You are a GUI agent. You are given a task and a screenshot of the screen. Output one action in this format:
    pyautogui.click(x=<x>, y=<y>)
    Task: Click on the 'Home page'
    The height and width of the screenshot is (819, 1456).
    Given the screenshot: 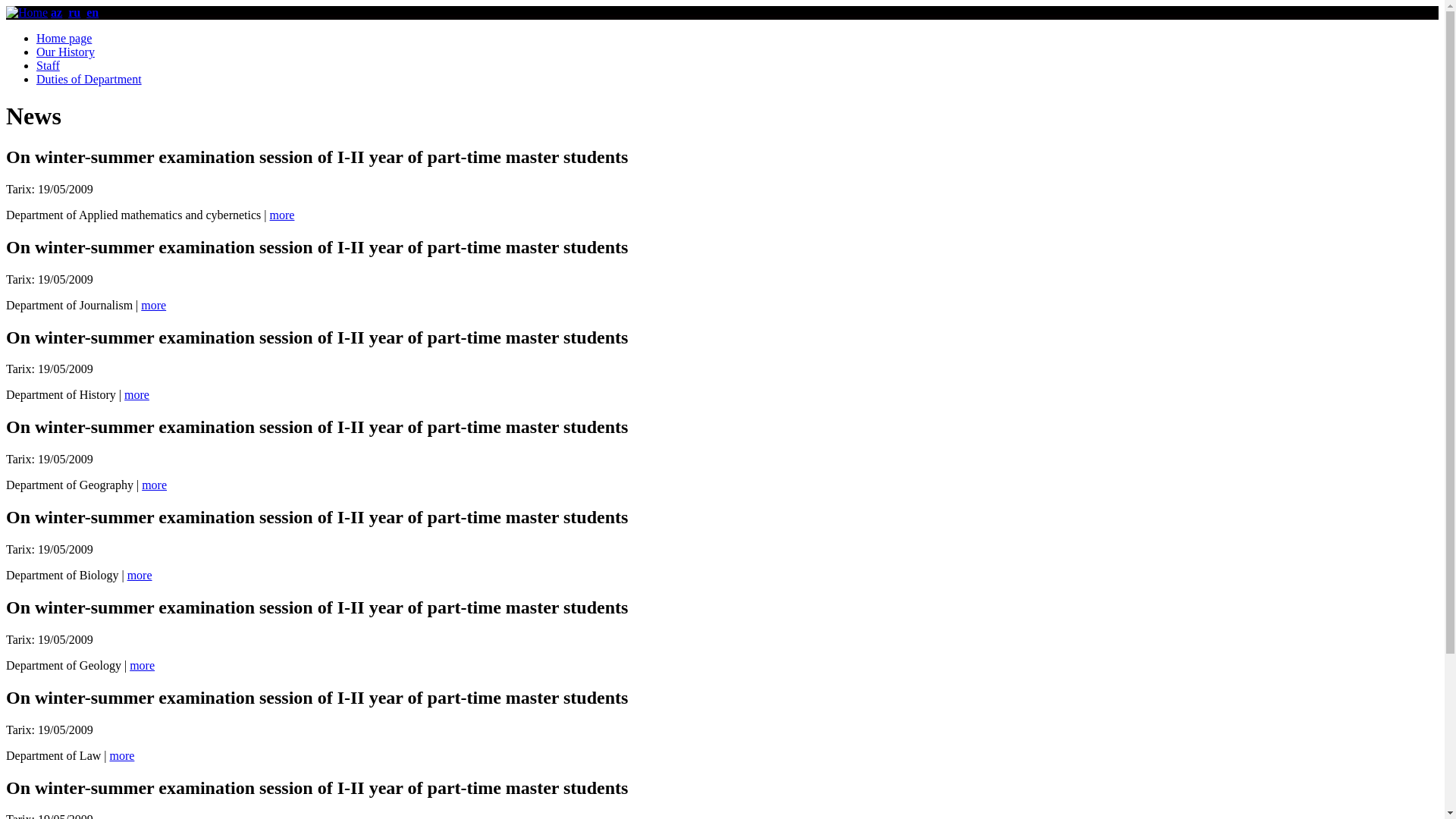 What is the action you would take?
    pyautogui.click(x=63, y=37)
    